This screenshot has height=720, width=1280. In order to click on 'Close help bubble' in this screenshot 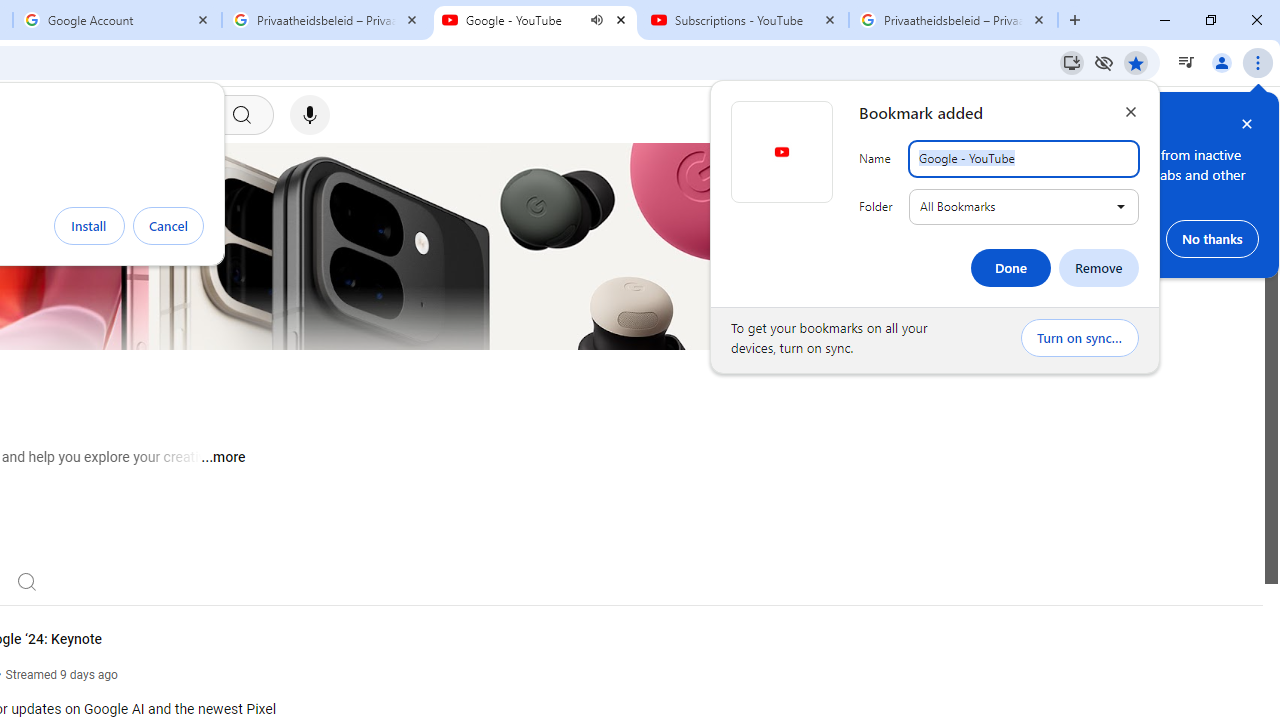, I will do `click(1246, 124)`.